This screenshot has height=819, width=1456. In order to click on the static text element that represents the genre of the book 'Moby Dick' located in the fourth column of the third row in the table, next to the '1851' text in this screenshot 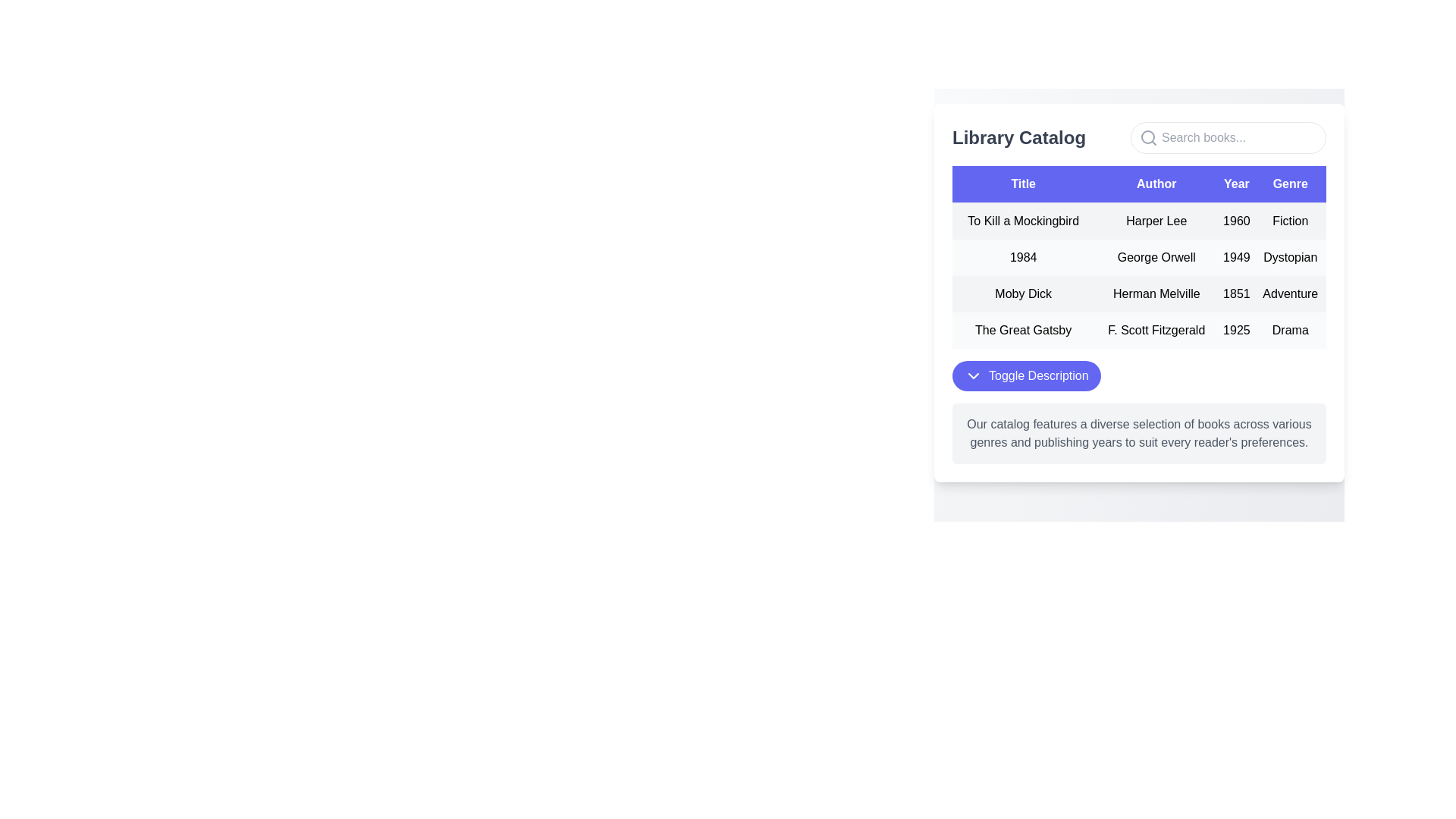, I will do `click(1289, 294)`.